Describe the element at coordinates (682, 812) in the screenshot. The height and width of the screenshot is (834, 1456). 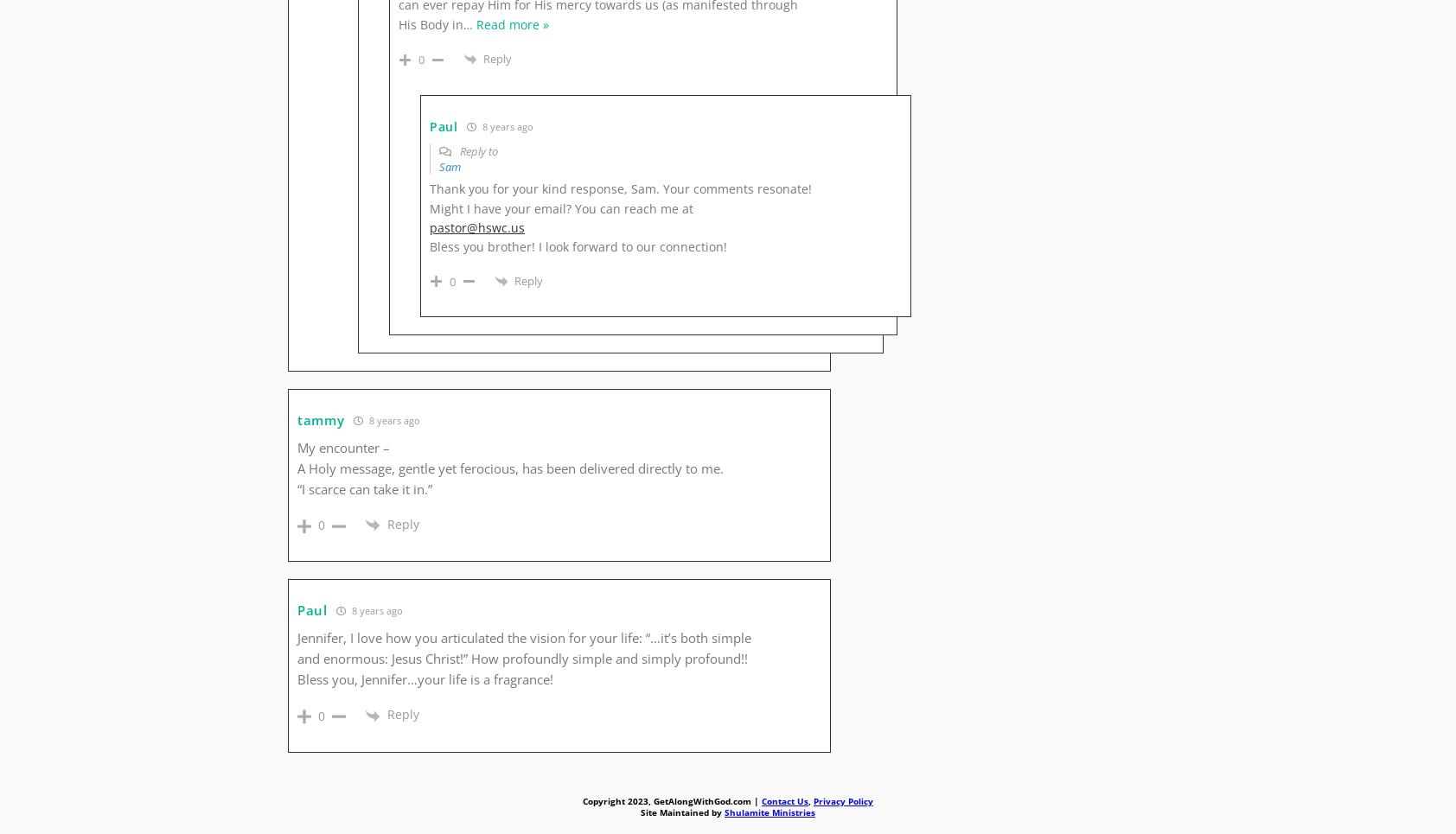
I see `'Site Maintained by'` at that location.